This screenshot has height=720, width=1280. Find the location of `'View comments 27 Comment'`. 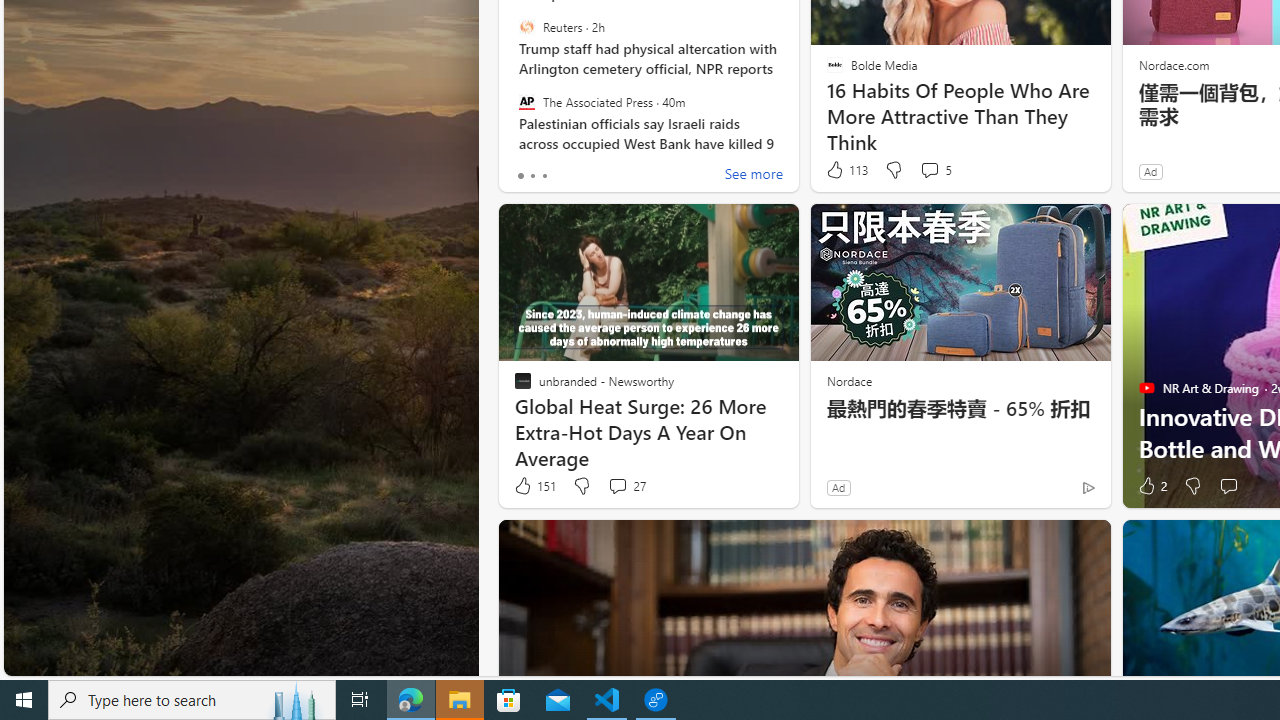

'View comments 27 Comment' is located at coordinates (616, 486).